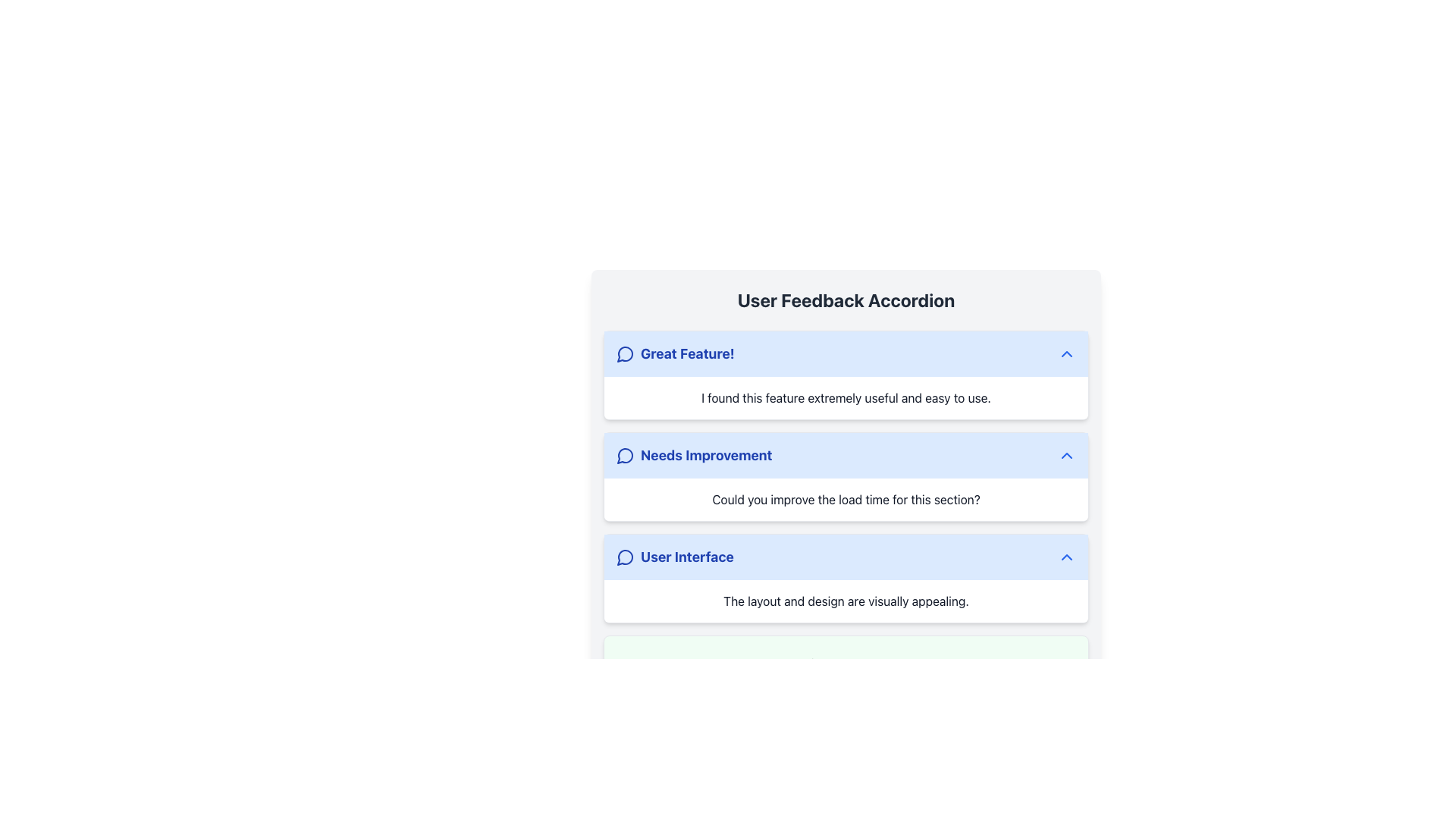 This screenshot has height=819, width=1456. Describe the element at coordinates (625, 455) in the screenshot. I see `the curvy vector graphic resembling a speech bubble's corner within the 'Needs Improvement' section of the user feedback accordion interface` at that location.